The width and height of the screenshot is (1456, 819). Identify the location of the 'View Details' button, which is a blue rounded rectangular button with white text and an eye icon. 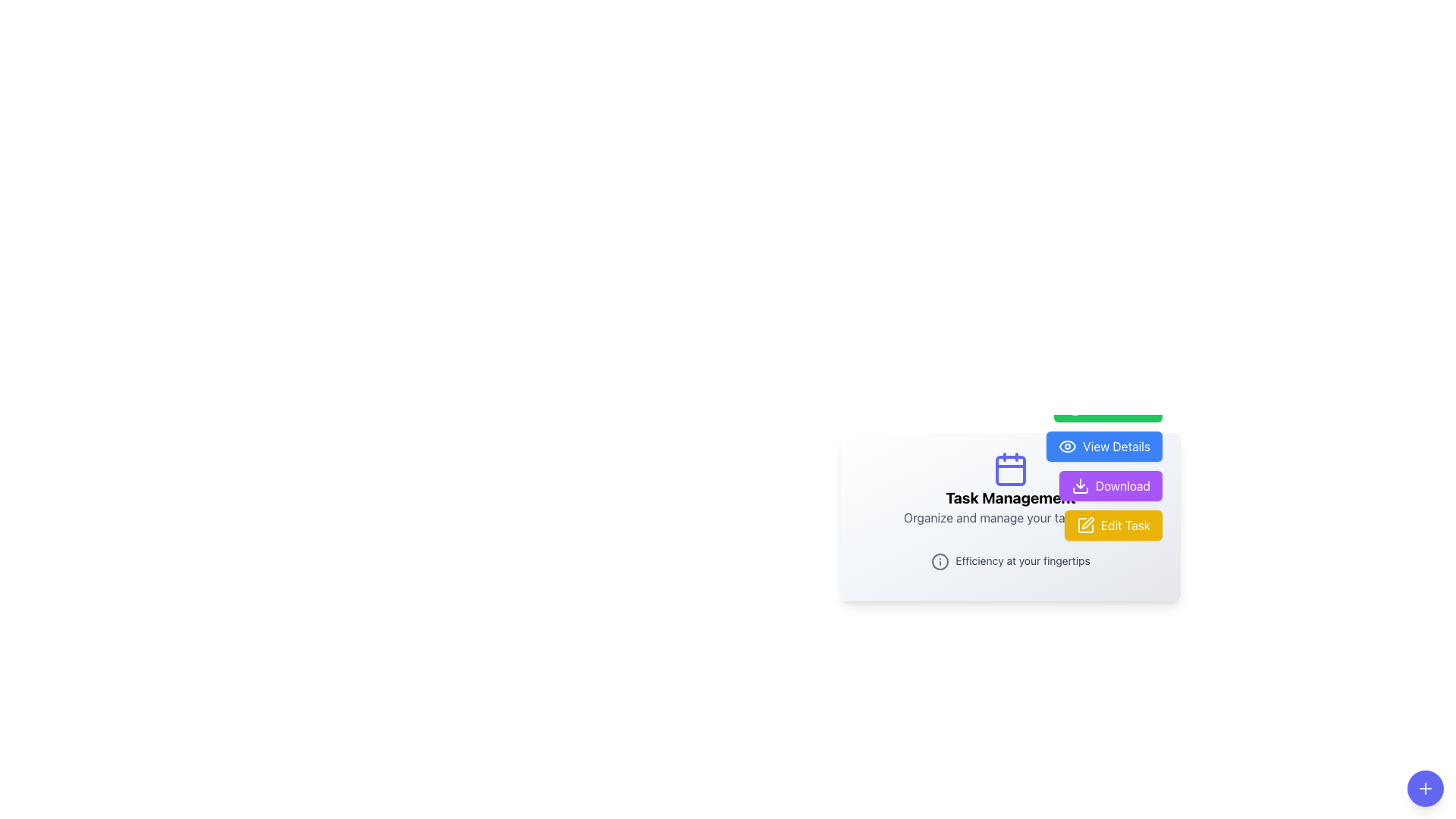
(1104, 445).